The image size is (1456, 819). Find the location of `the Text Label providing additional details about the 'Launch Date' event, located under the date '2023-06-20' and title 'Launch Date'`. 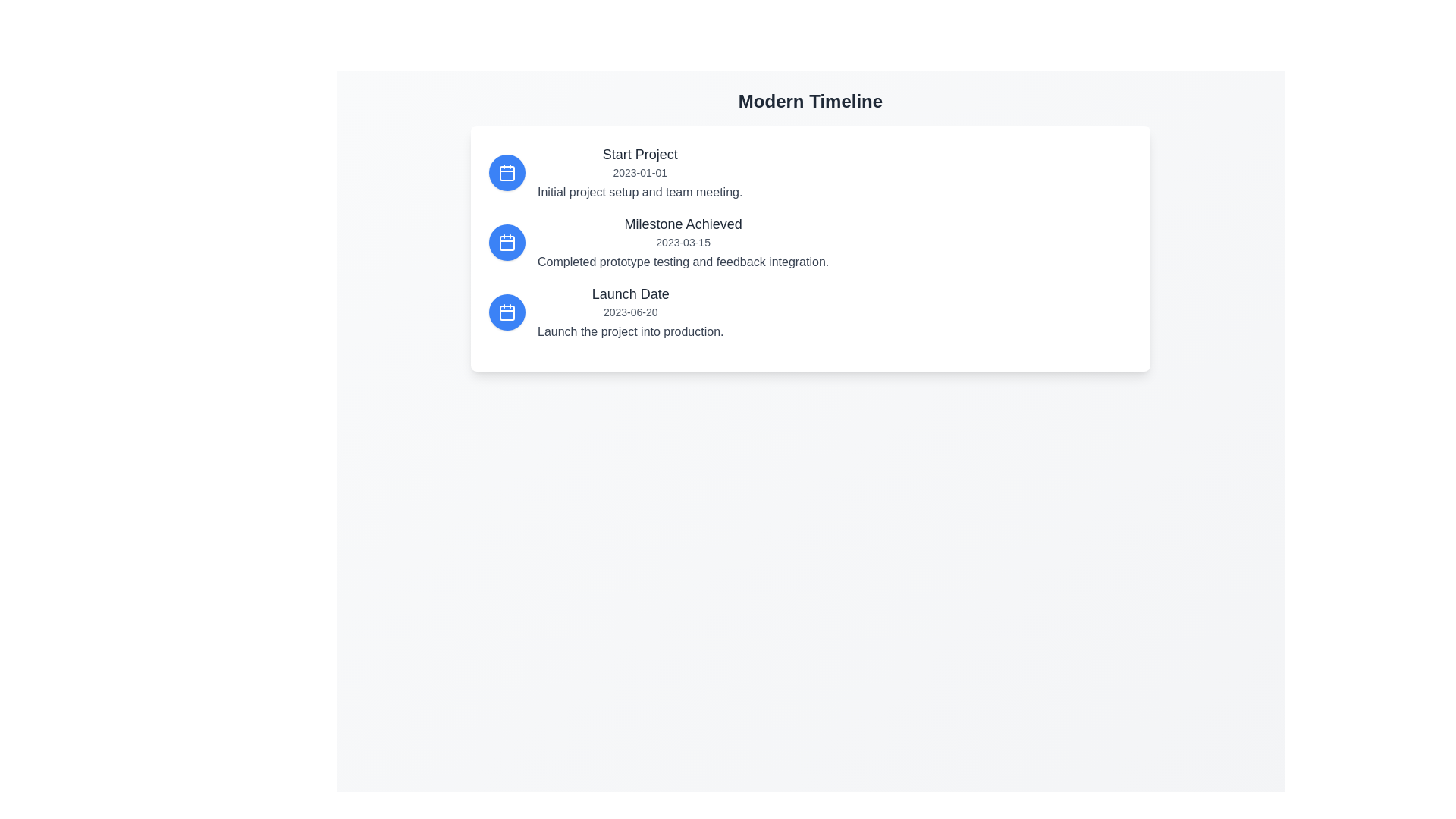

the Text Label providing additional details about the 'Launch Date' event, located under the date '2023-06-20' and title 'Launch Date' is located at coordinates (630, 331).